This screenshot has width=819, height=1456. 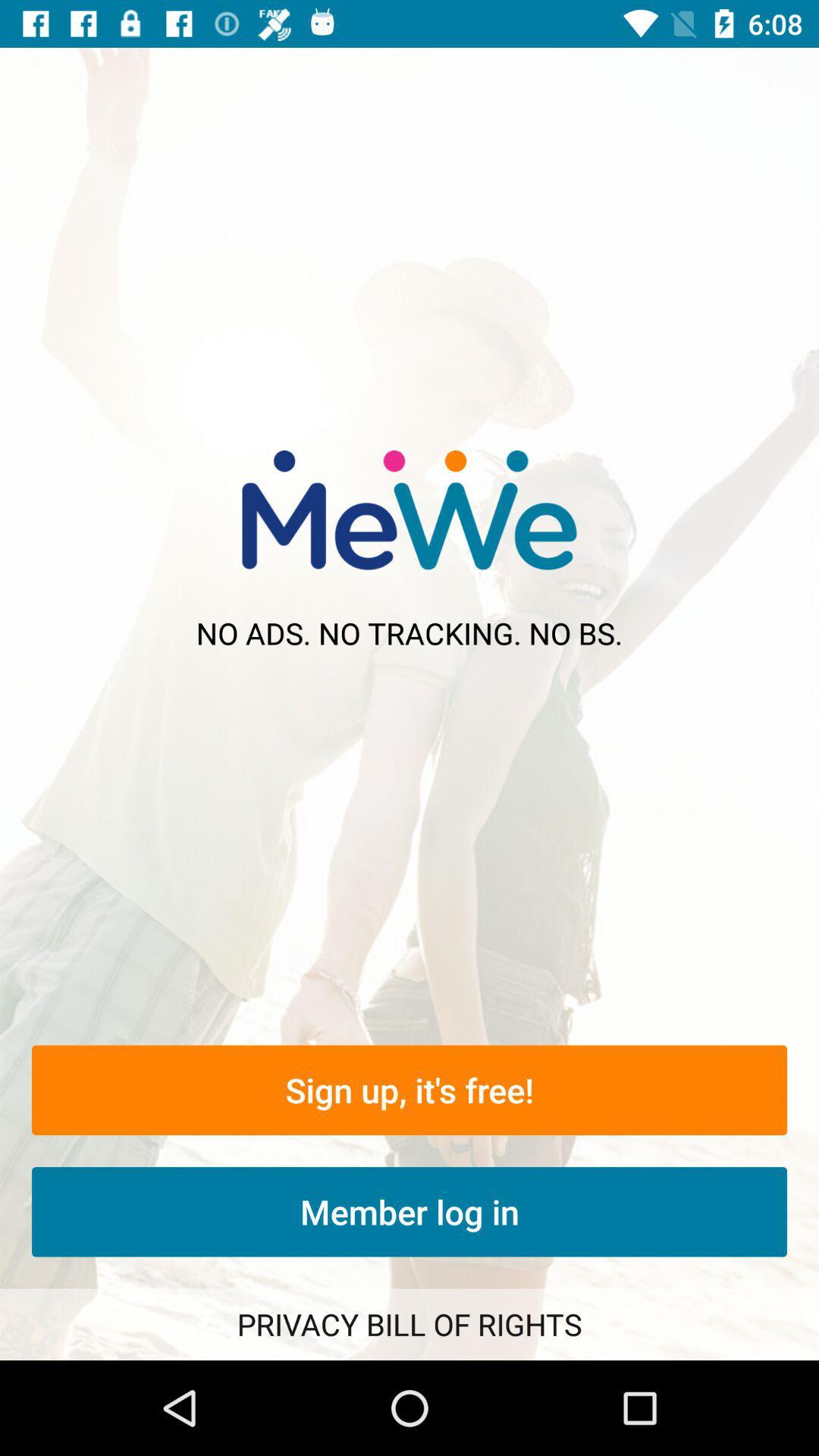 I want to click on the icon above the privacy bill of, so click(x=409, y=1211).